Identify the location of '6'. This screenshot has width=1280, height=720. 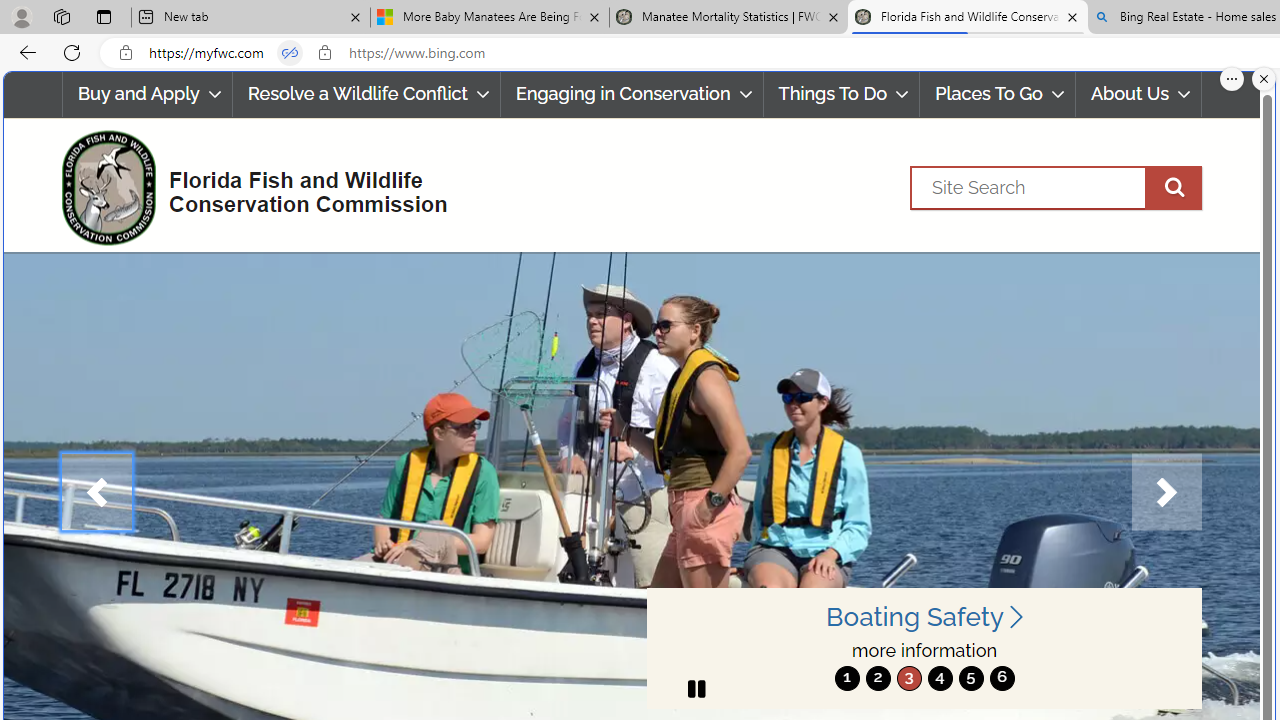
(1002, 677).